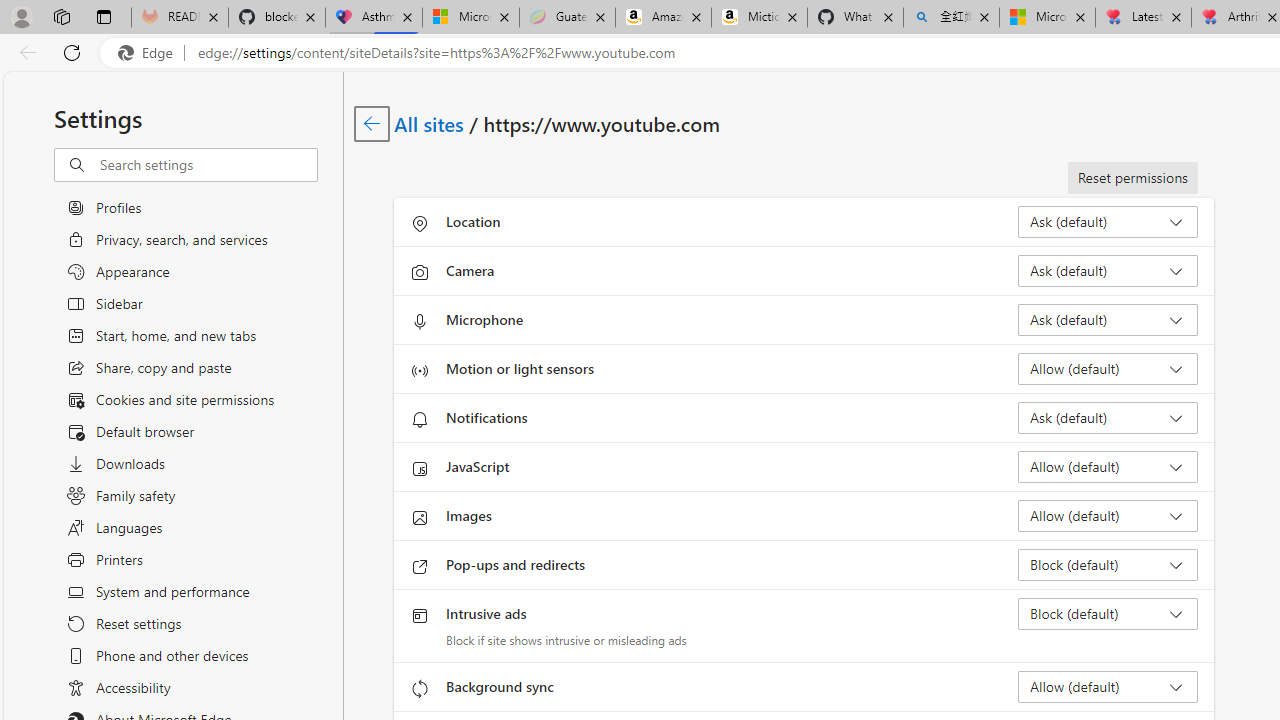  Describe the element at coordinates (1132, 176) in the screenshot. I see `'Reset permissions'` at that location.